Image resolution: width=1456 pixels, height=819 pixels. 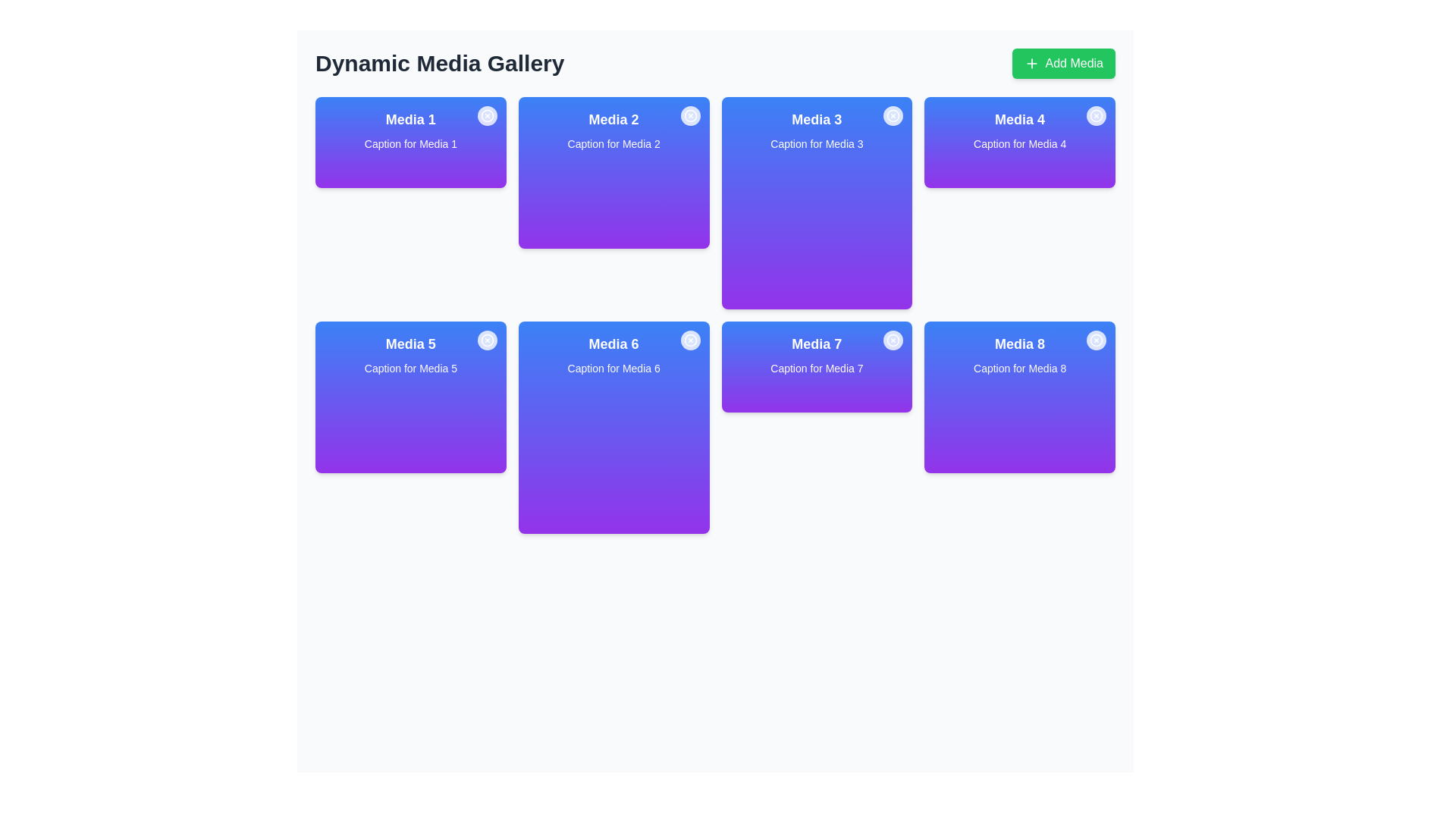 What do you see at coordinates (613, 119) in the screenshot?
I see `the bolded text label 'Media 2' which is centrally aligned at the top of a gradient card transitioning from blue to purple` at bounding box center [613, 119].